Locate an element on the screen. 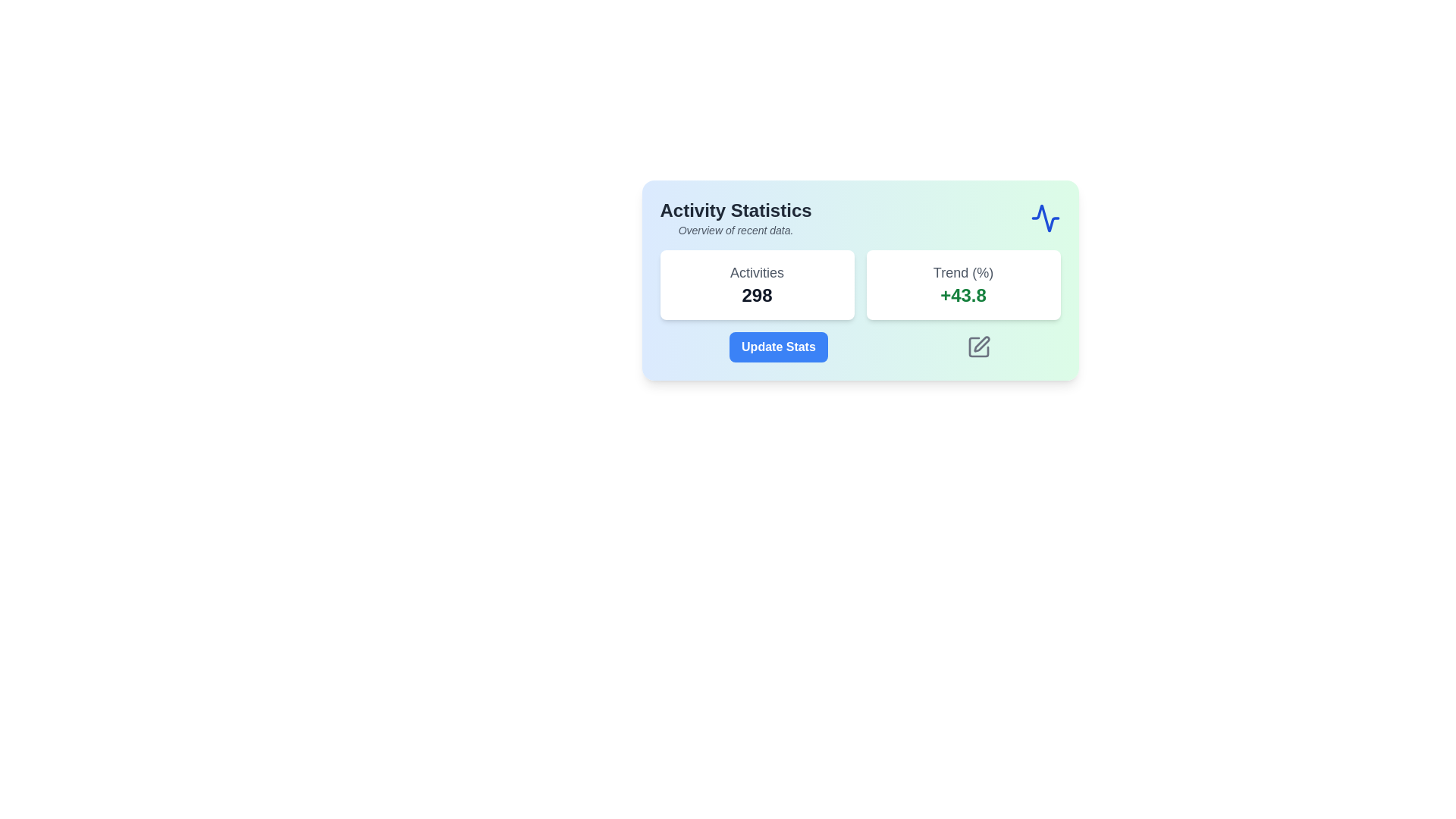 Image resolution: width=1456 pixels, height=819 pixels. the Text label that serves as the title or descriptor for the percentage figure ('+43.8') located in the top position of the white card within the 'Activity Statistics' panel is located at coordinates (962, 271).